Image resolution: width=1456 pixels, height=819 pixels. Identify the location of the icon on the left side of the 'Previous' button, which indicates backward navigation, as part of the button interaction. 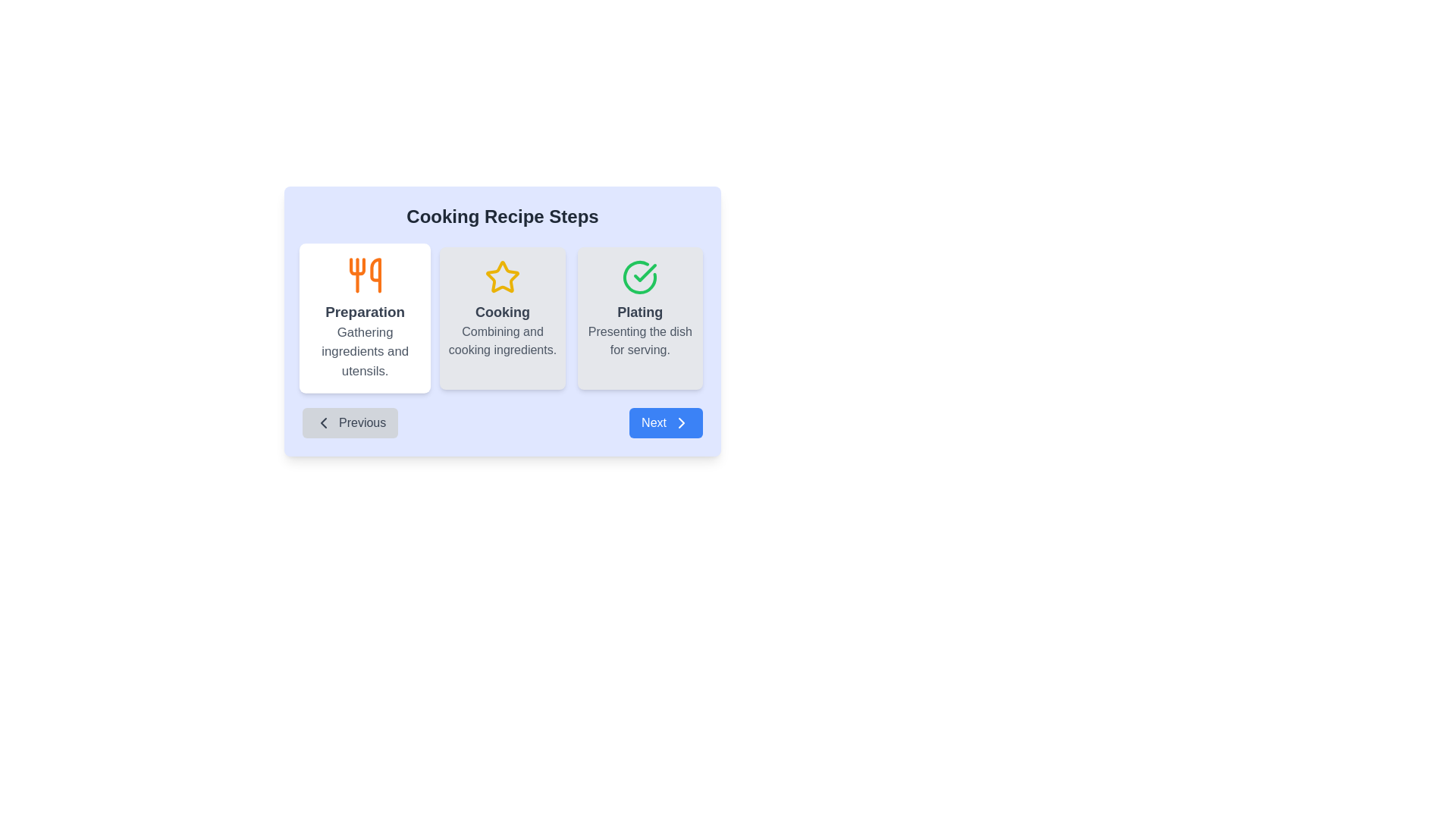
(323, 423).